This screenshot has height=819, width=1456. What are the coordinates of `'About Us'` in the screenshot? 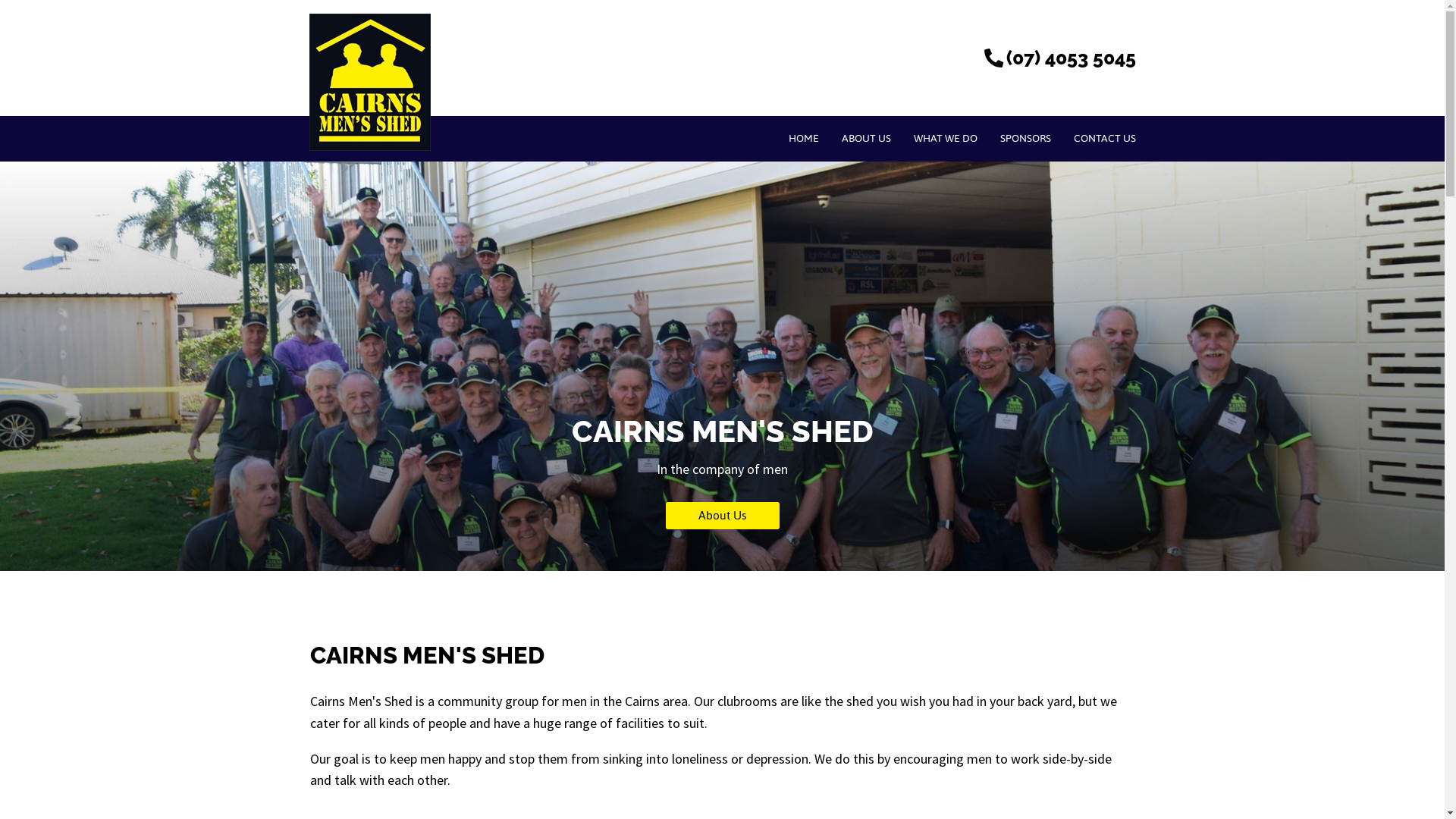 It's located at (722, 514).